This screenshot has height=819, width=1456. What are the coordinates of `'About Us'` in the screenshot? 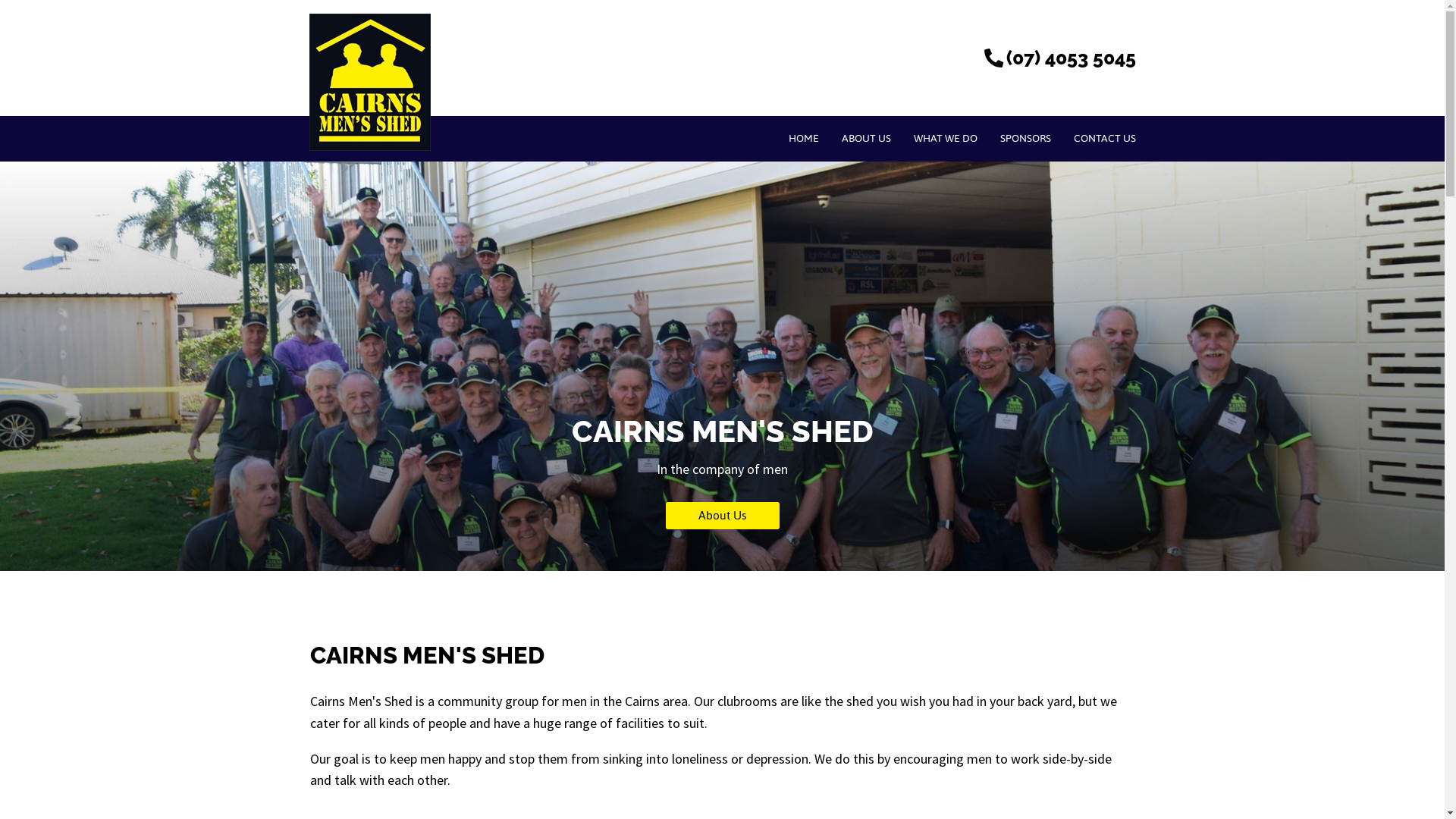 It's located at (722, 514).